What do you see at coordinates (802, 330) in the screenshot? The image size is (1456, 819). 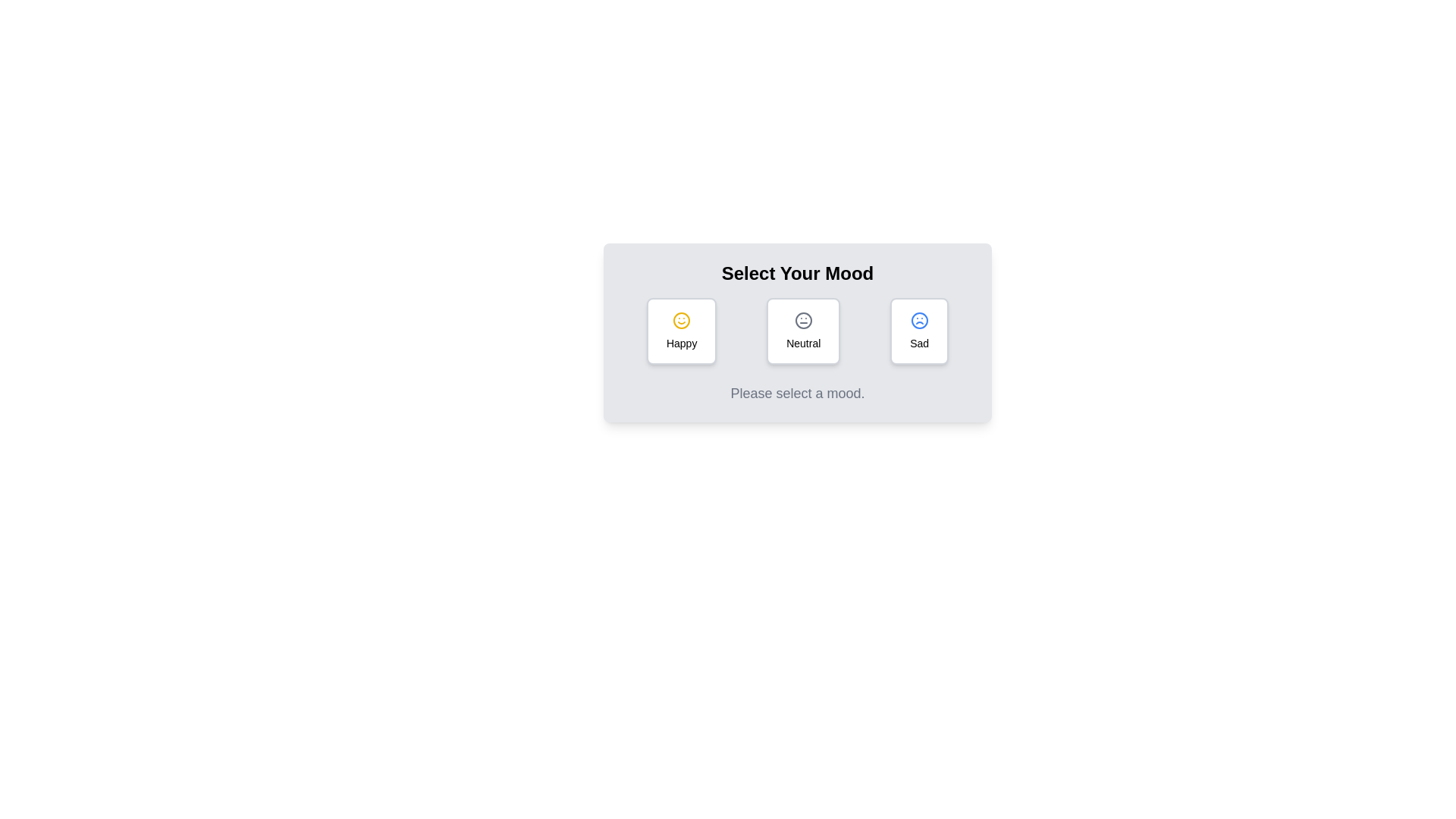 I see `the 'Neutral' button, which is a rectangular button with rounded corners and a white background, displaying a neutral face icon and the text 'Neutral'` at bounding box center [802, 330].